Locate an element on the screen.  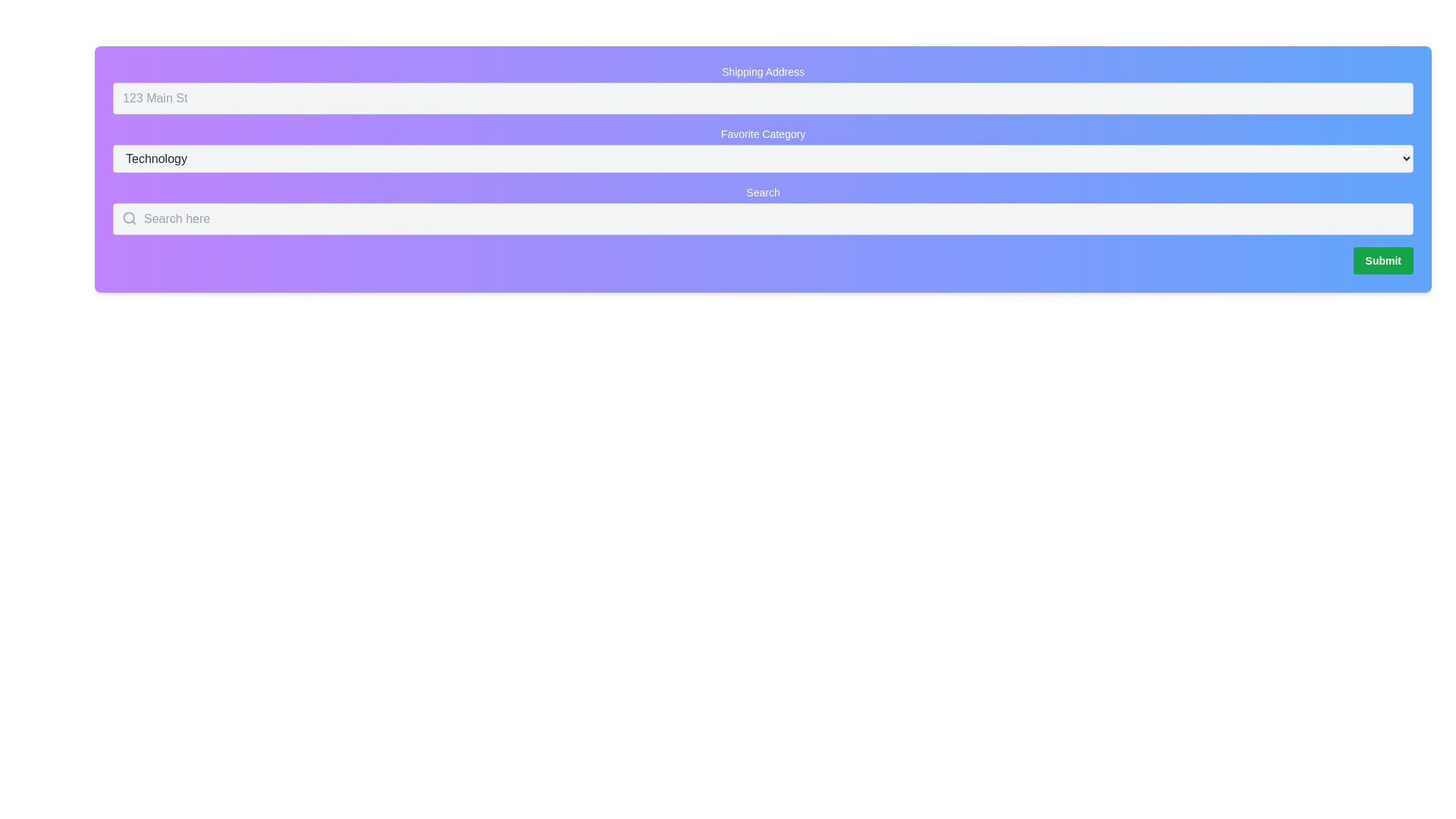
the dropdown menu labeled 'Favorite Category' is located at coordinates (763, 149).